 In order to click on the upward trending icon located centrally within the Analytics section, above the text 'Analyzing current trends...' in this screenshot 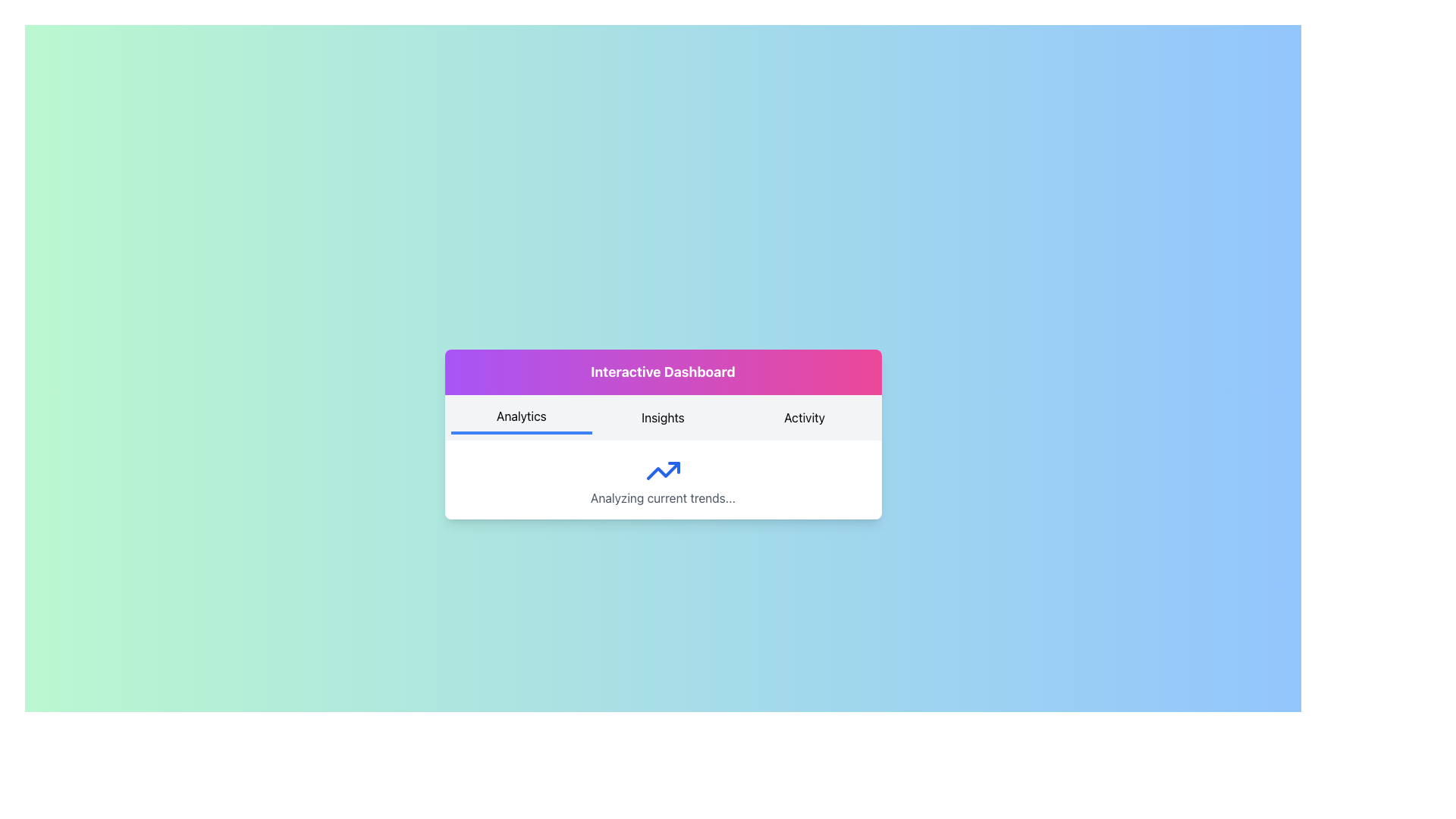, I will do `click(663, 470)`.